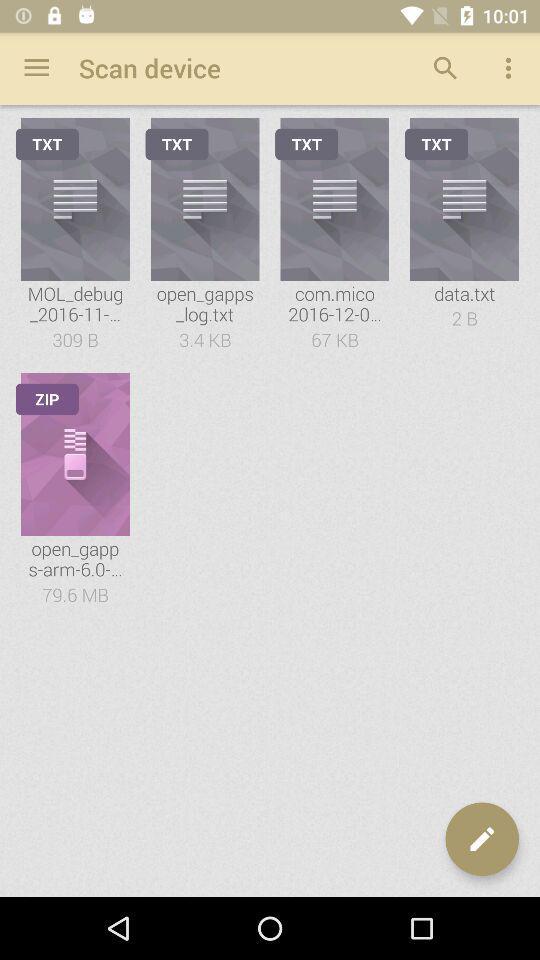 Image resolution: width=540 pixels, height=960 pixels. What do you see at coordinates (36, 68) in the screenshot?
I see `the icon next to scan device item` at bounding box center [36, 68].